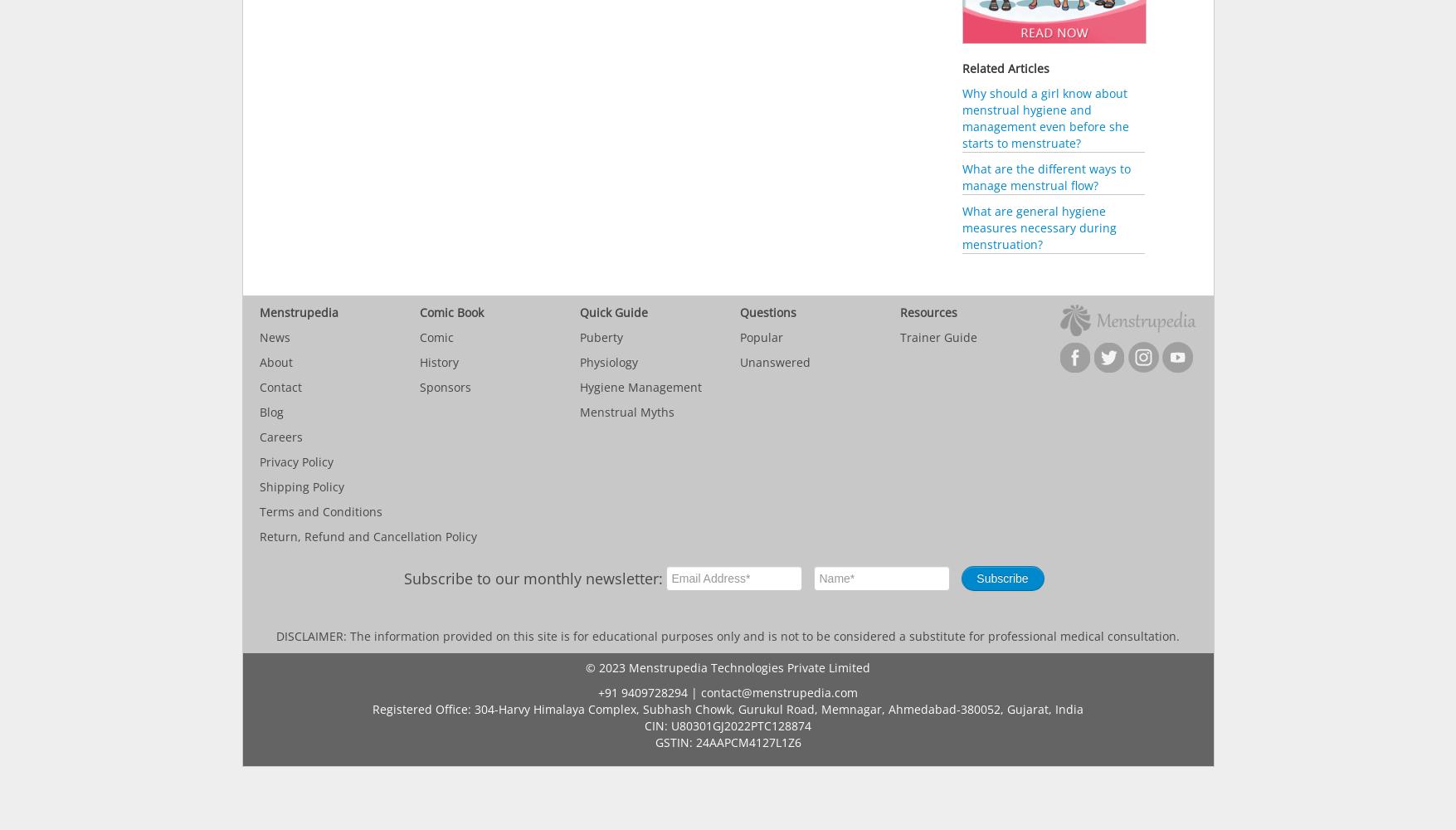 The image size is (1456, 830). Describe the element at coordinates (258, 337) in the screenshot. I see `'News'` at that location.